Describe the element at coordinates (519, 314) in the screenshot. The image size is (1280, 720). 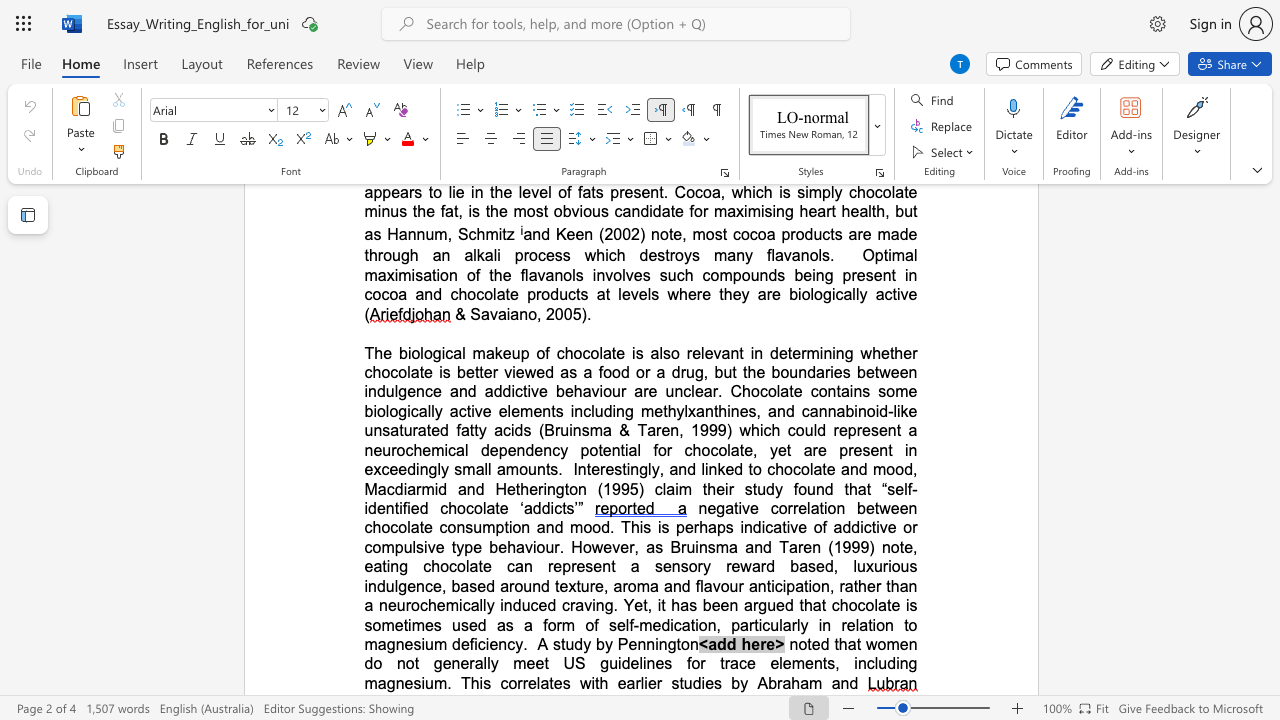
I see `the space between the continuous character "a" and "n" in the text` at that location.